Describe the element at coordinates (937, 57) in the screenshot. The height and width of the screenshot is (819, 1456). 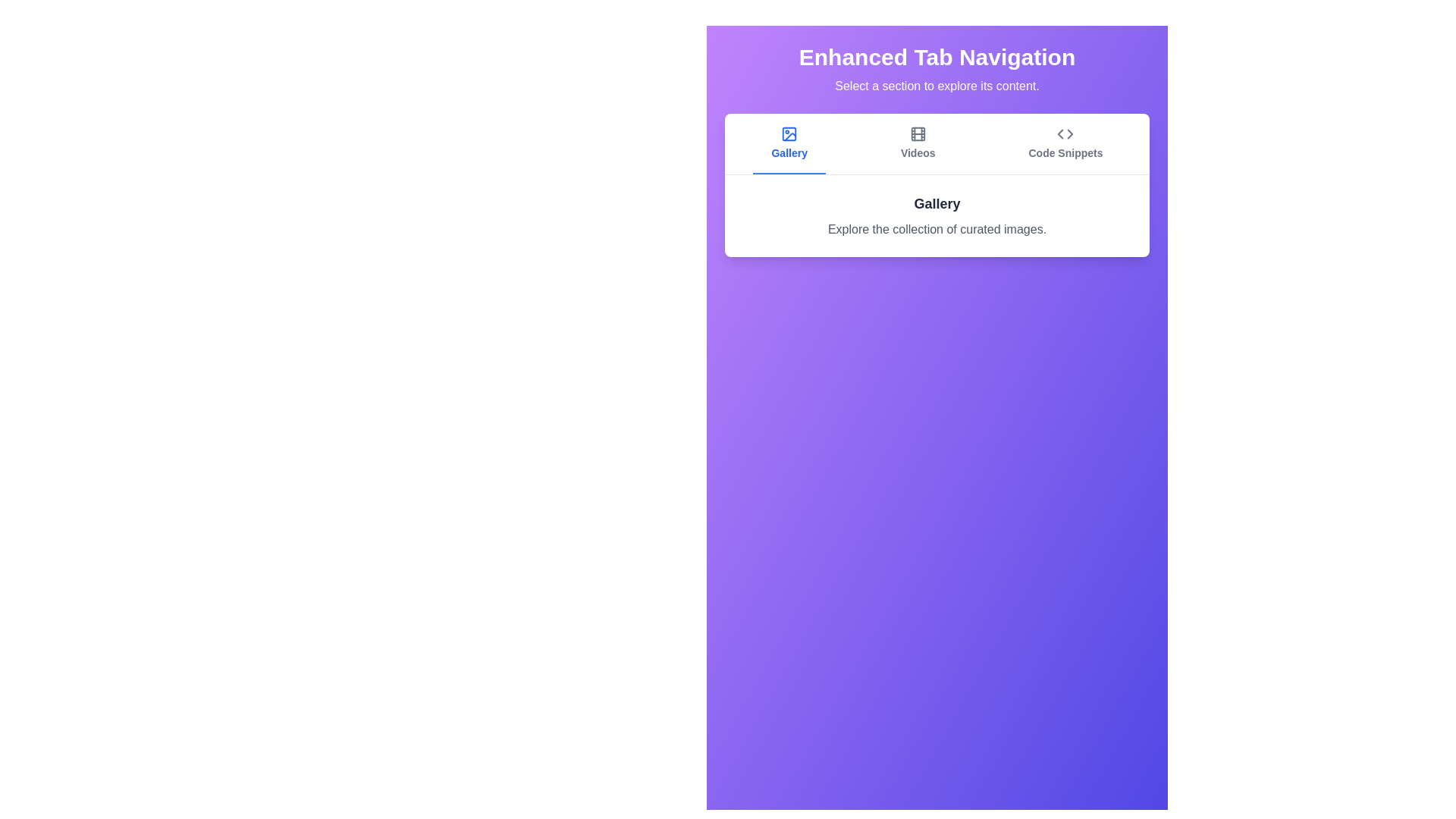
I see `the header text labeled 'Enhanced Tab Navigation'` at that location.